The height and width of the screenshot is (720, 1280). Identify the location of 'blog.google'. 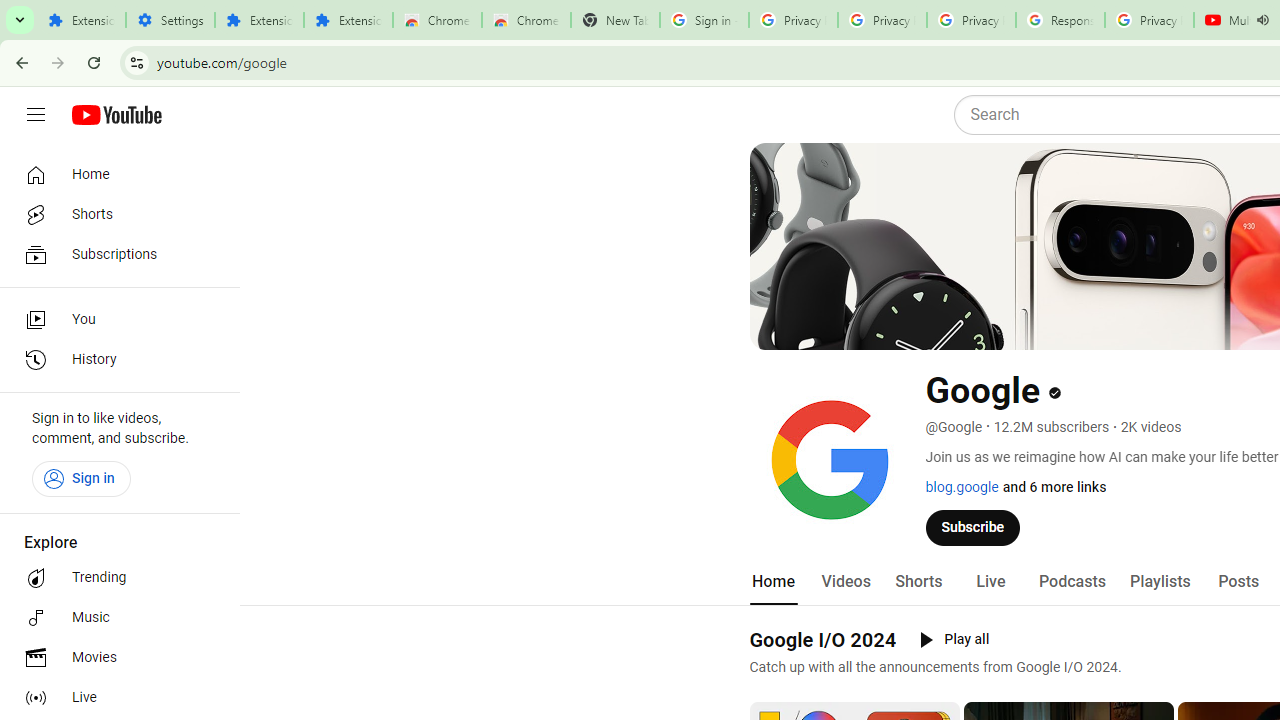
(961, 487).